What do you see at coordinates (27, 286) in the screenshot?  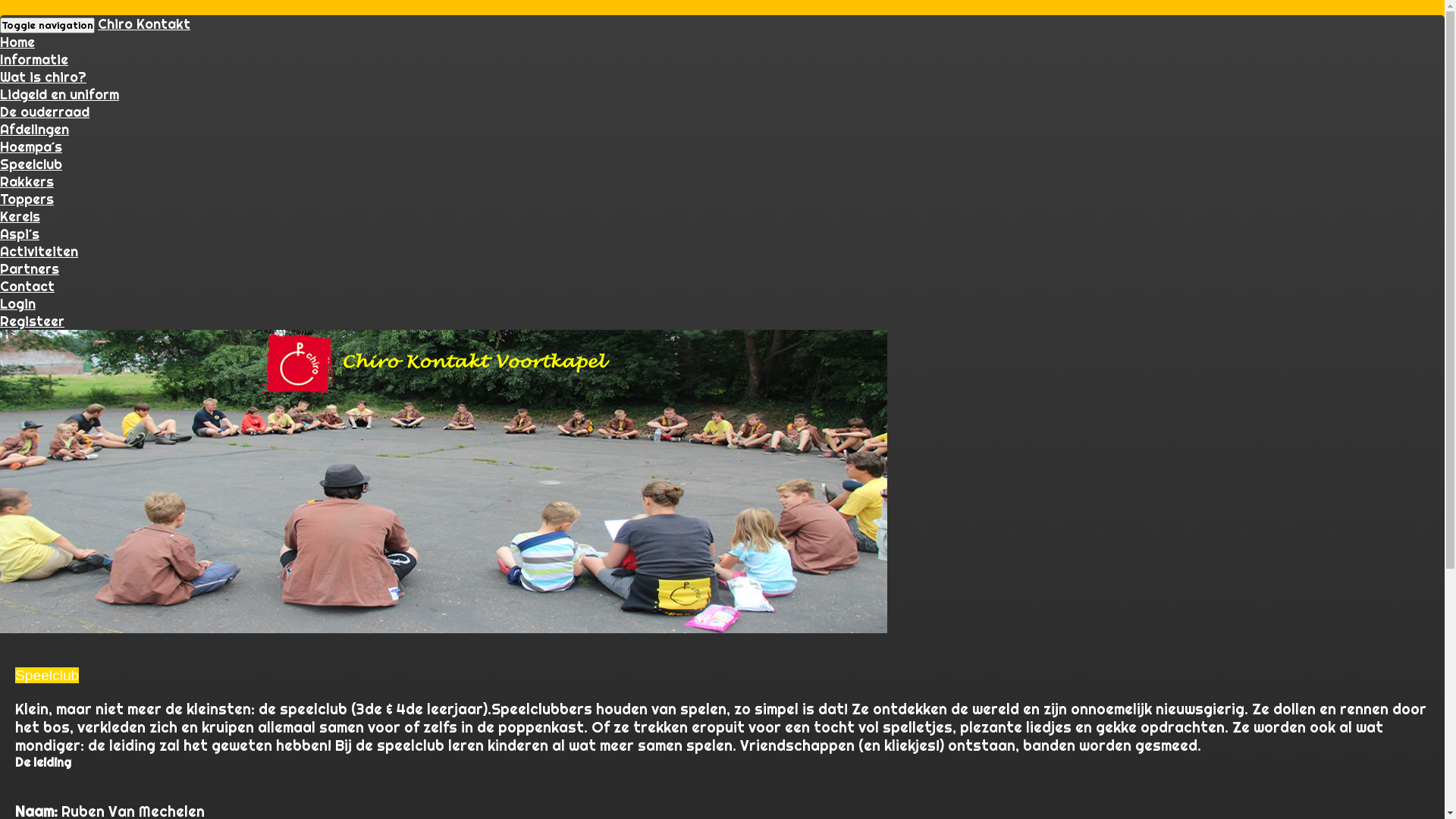 I see `'Contact'` at bounding box center [27, 286].